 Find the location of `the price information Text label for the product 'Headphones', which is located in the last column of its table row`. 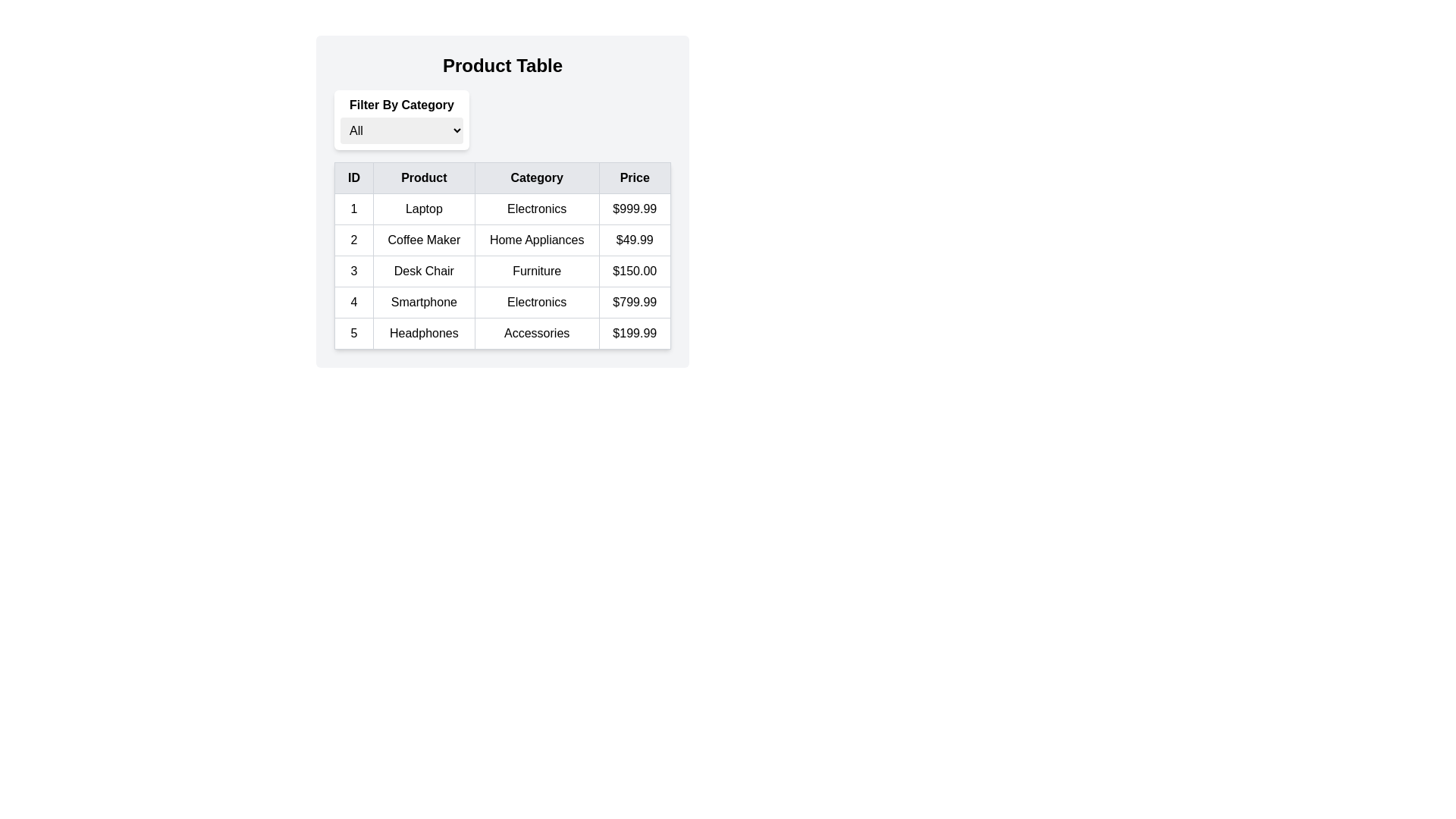

the price information Text label for the product 'Headphones', which is located in the last column of its table row is located at coordinates (635, 332).